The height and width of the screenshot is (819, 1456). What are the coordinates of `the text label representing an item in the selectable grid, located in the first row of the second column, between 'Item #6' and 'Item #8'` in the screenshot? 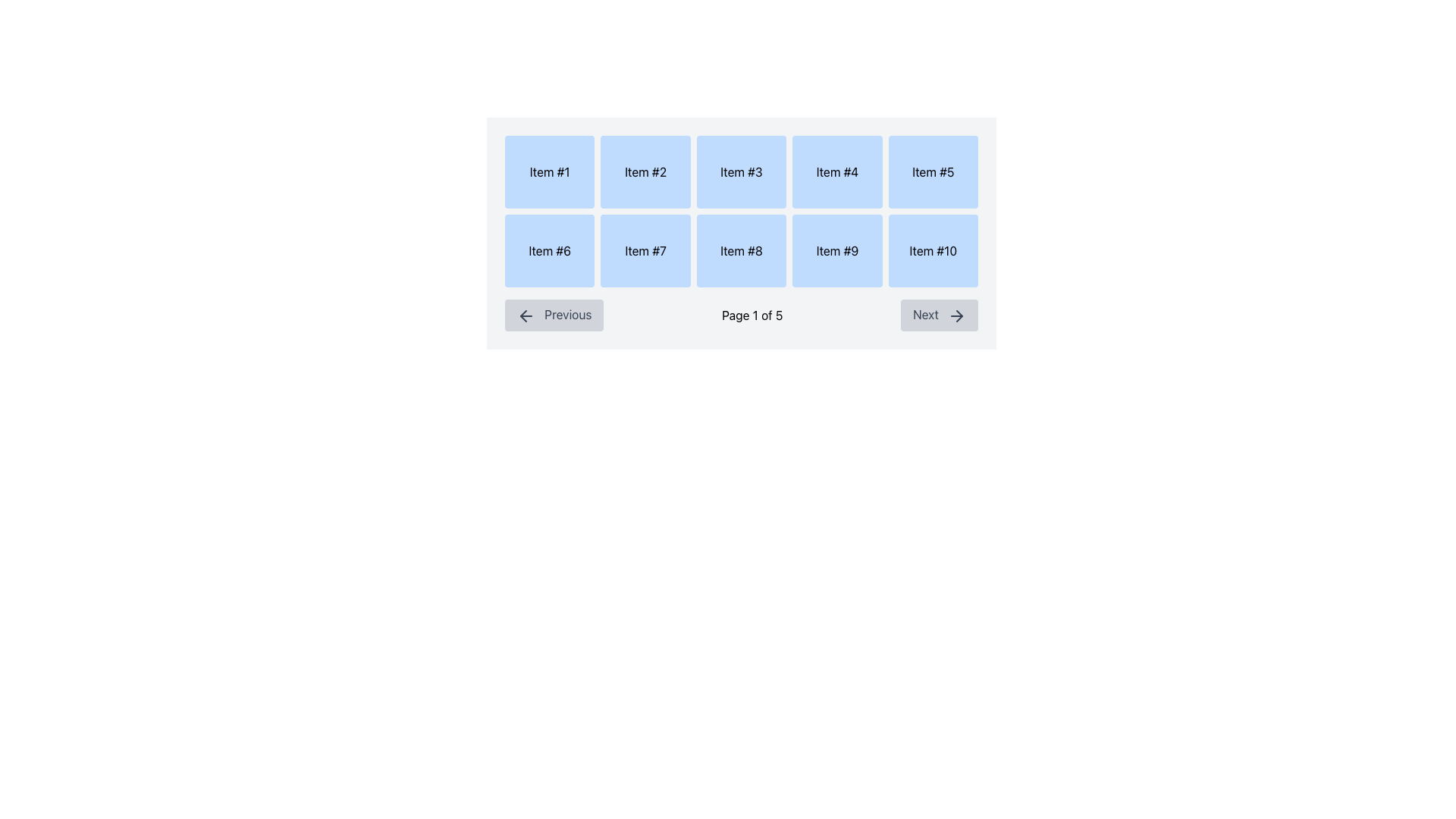 It's located at (645, 250).